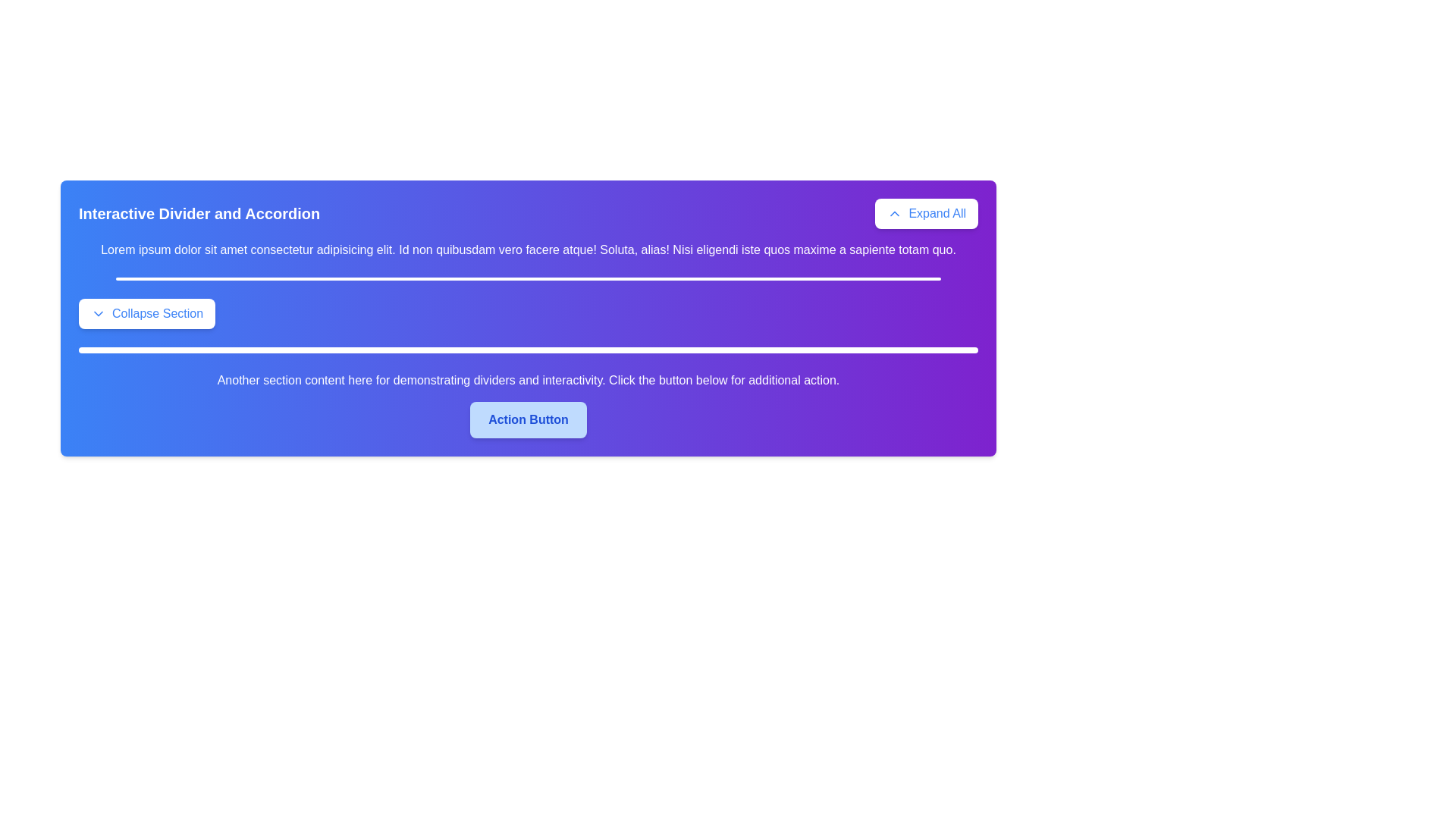 The image size is (1456, 819). Describe the element at coordinates (528, 278) in the screenshot. I see `the horizontal white divider with rounded ends located between the paragraph text and the 'Collapse Section' button` at that location.